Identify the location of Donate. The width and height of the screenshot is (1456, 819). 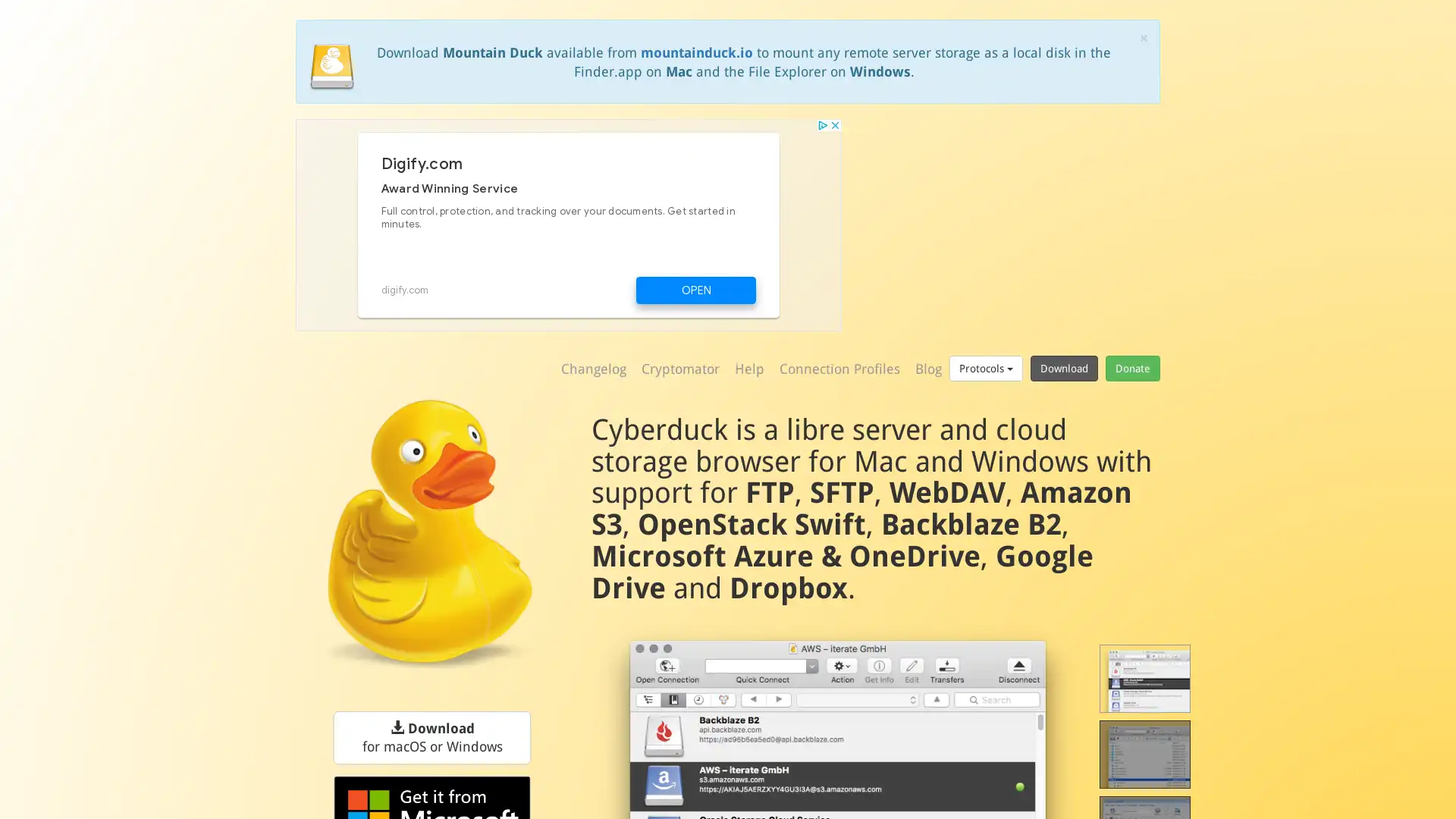
(1132, 368).